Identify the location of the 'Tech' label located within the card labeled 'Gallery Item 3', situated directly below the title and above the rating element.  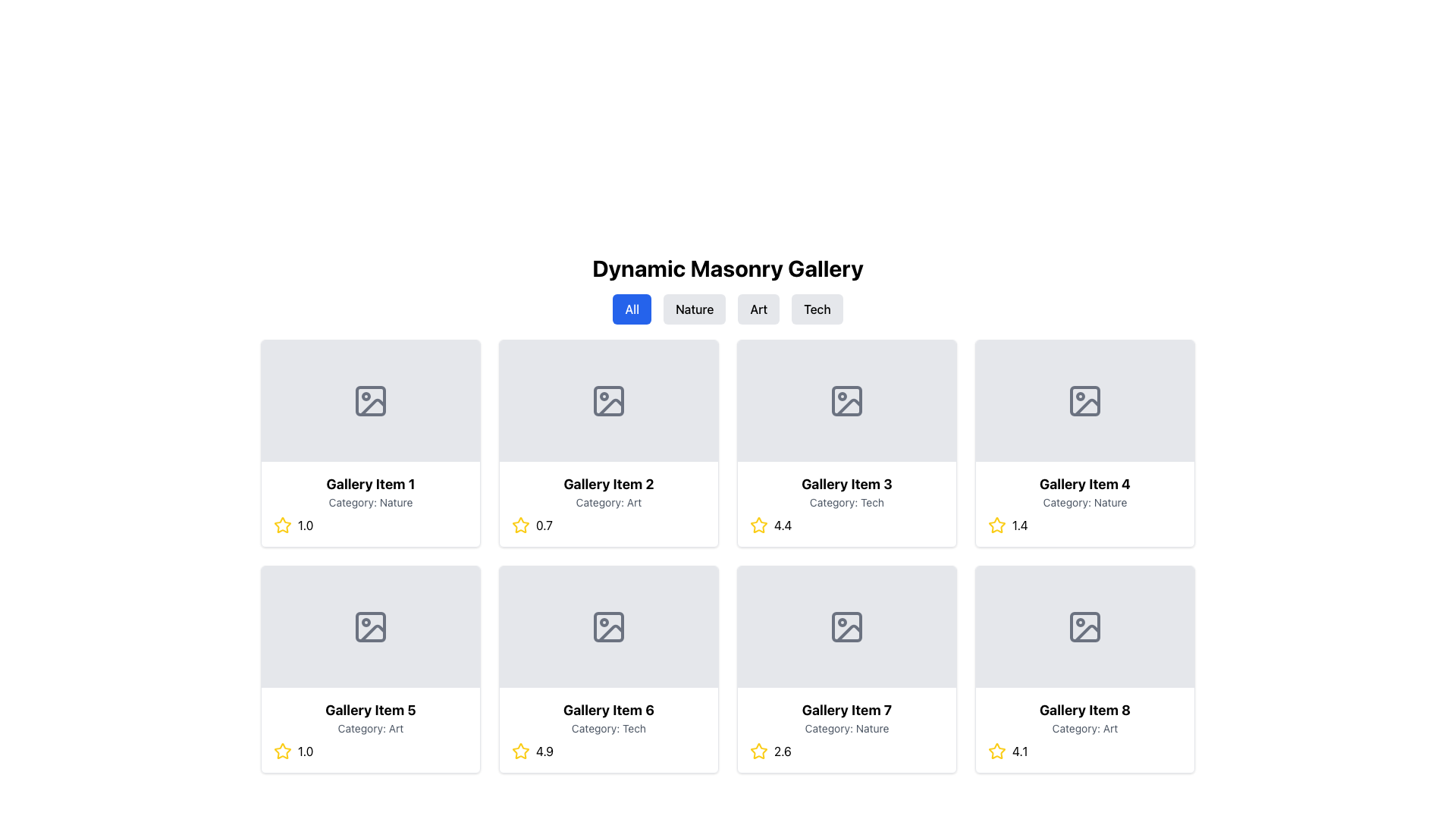
(846, 503).